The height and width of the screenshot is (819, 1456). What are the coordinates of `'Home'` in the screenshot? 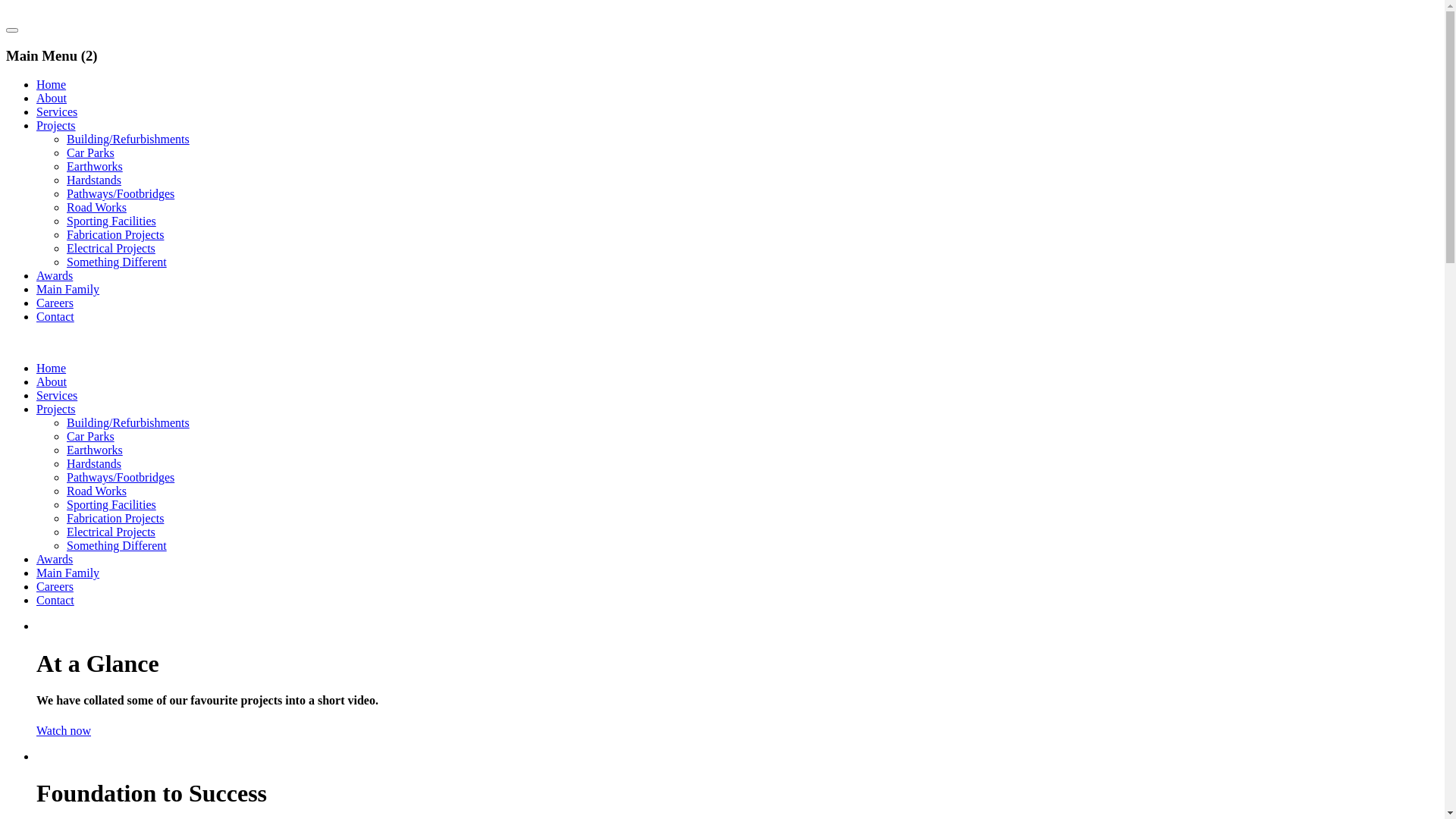 It's located at (51, 368).